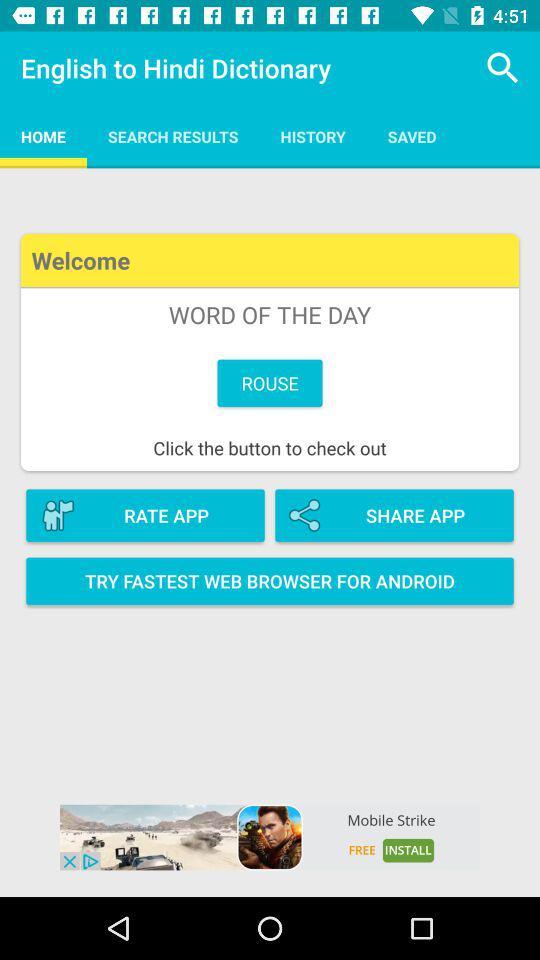 The width and height of the screenshot is (540, 960). I want to click on opens the advertisement, so click(270, 837).